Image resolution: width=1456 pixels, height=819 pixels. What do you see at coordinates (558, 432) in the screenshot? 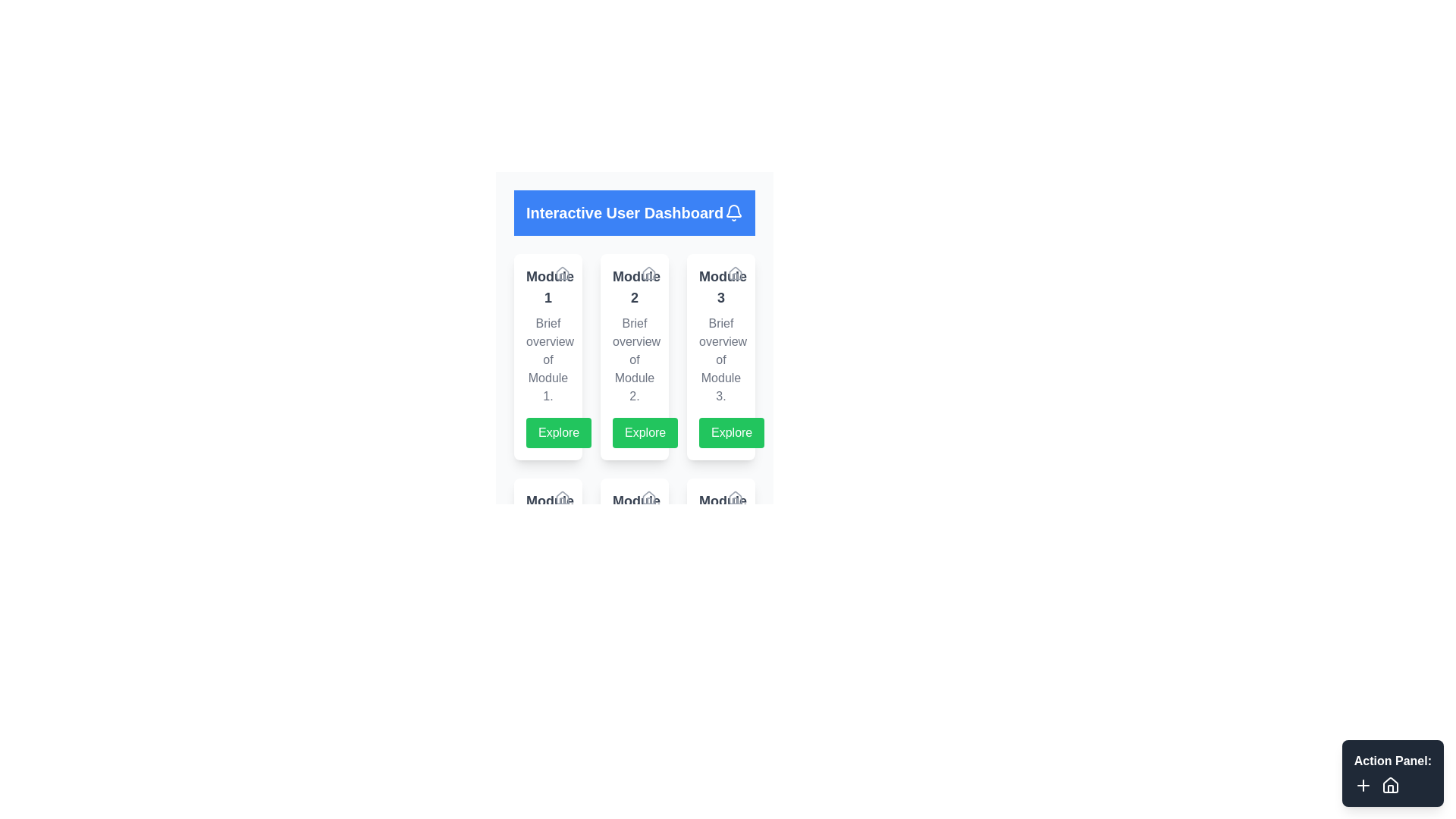
I see `the button located below the text 'Brief overview of Module 1.' in the card representation for 'Module 1'` at bounding box center [558, 432].